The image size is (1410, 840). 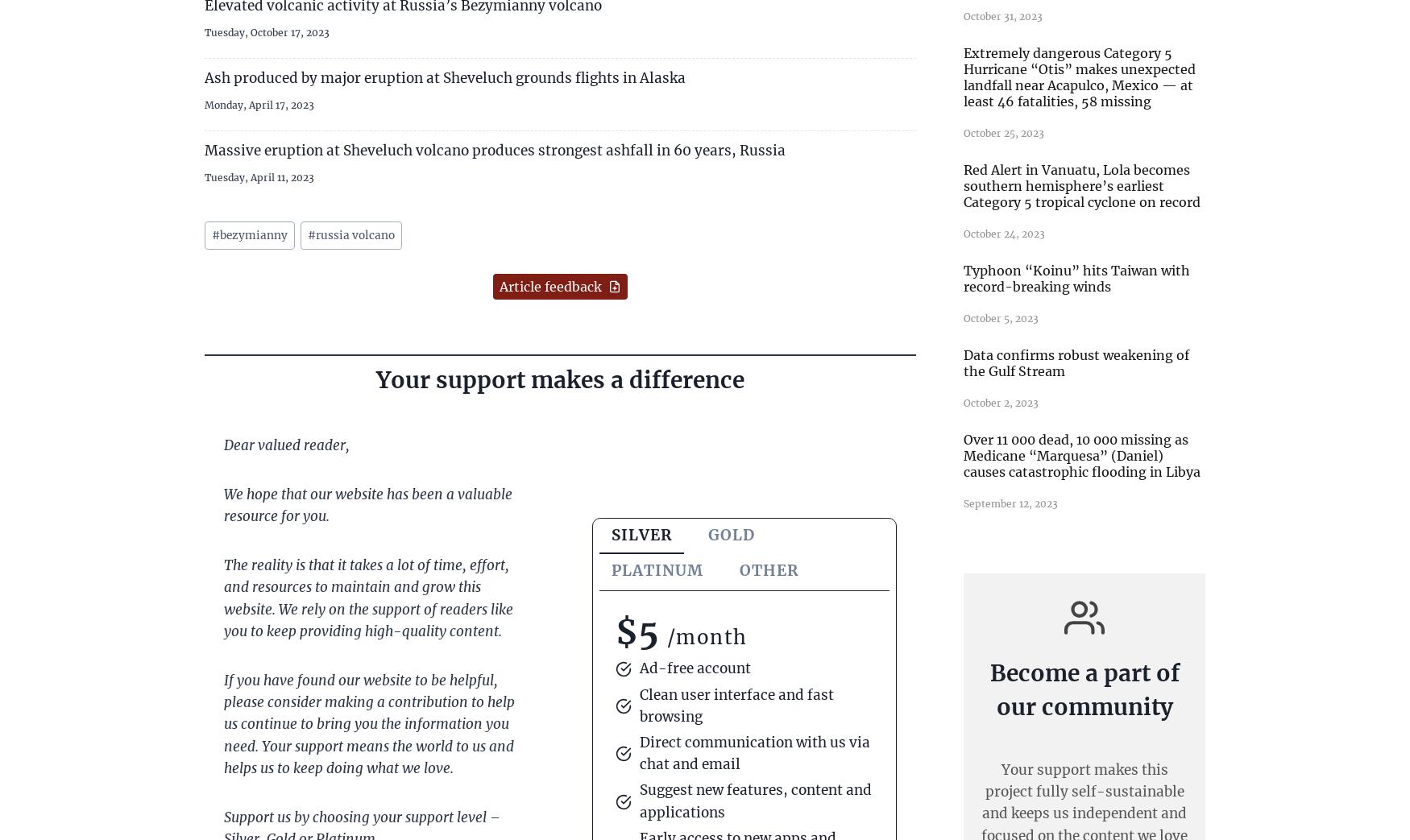 I want to click on 'The reality is that it takes a lot of time, effort, and resources to maintain and grow this website. We rely on the support of readers like you to keep providing high-quality content.', so click(x=368, y=598).